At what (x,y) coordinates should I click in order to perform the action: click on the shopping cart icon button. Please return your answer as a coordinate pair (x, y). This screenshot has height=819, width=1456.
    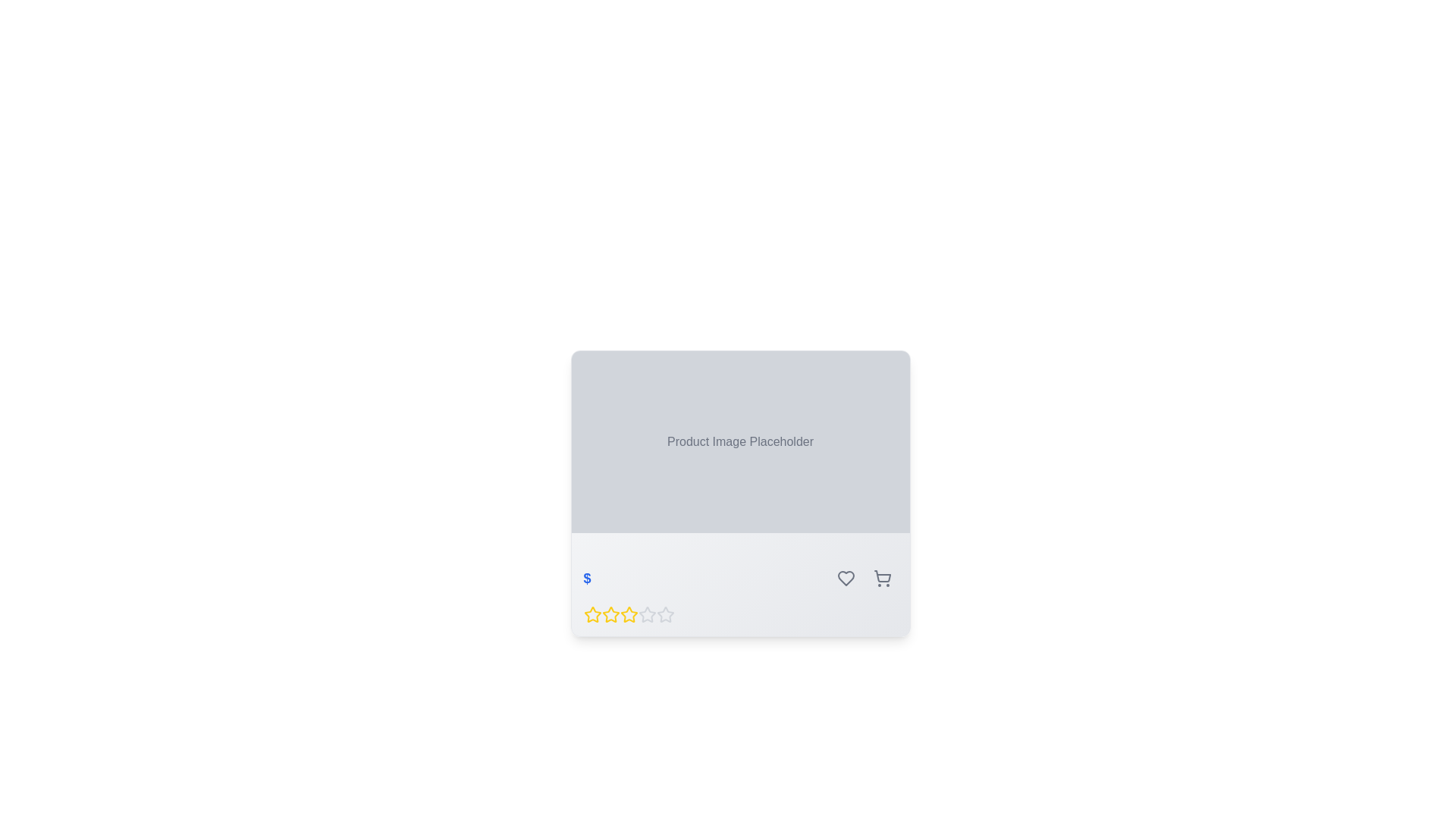
    Looking at the image, I should click on (882, 579).